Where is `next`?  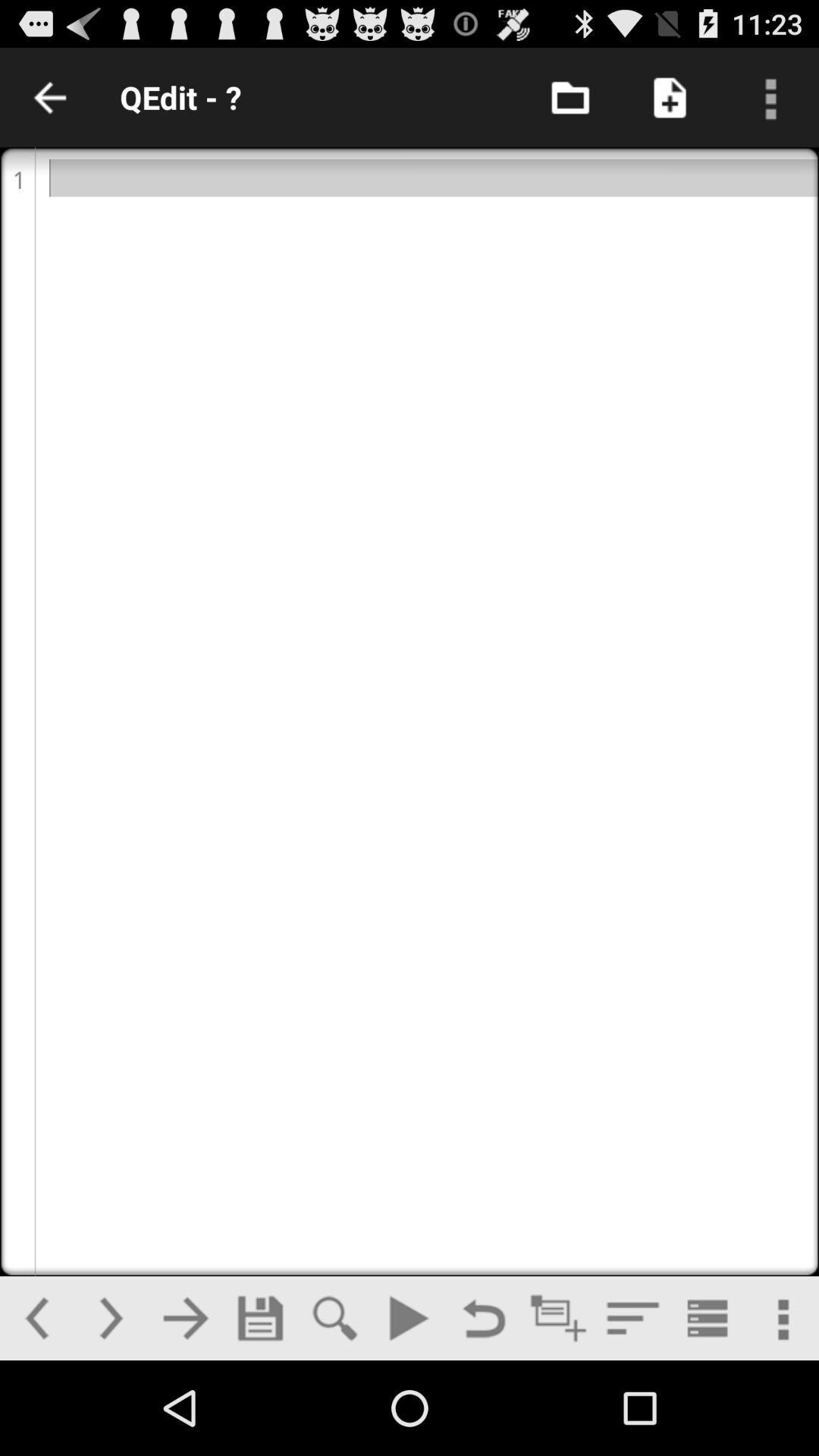
next is located at coordinates (184, 1317).